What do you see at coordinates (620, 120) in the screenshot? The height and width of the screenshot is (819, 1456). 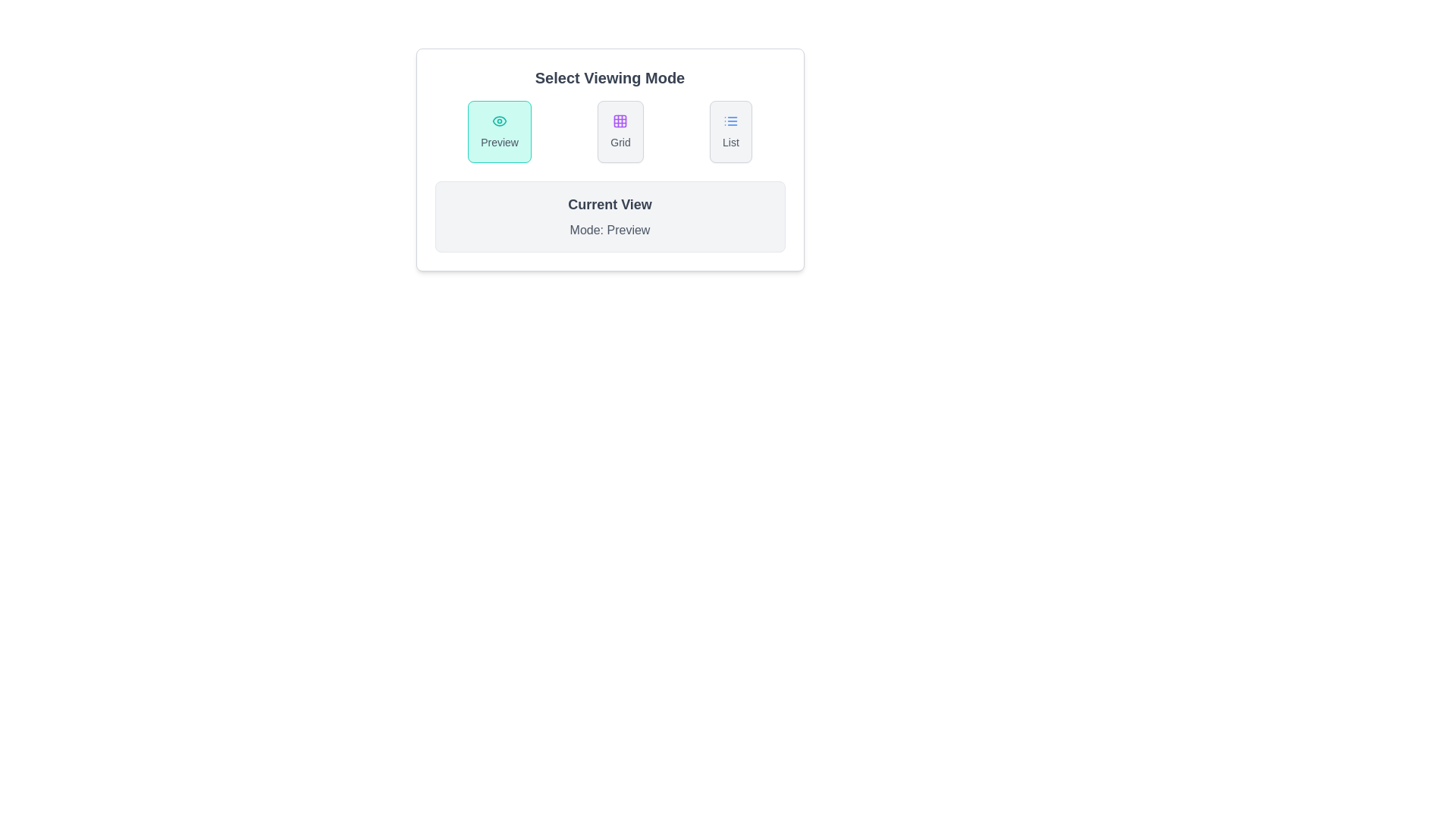 I see `the grid layout icon located in the center of the 'Grid' button, which is the middle button among three in the view mode selection section` at bounding box center [620, 120].